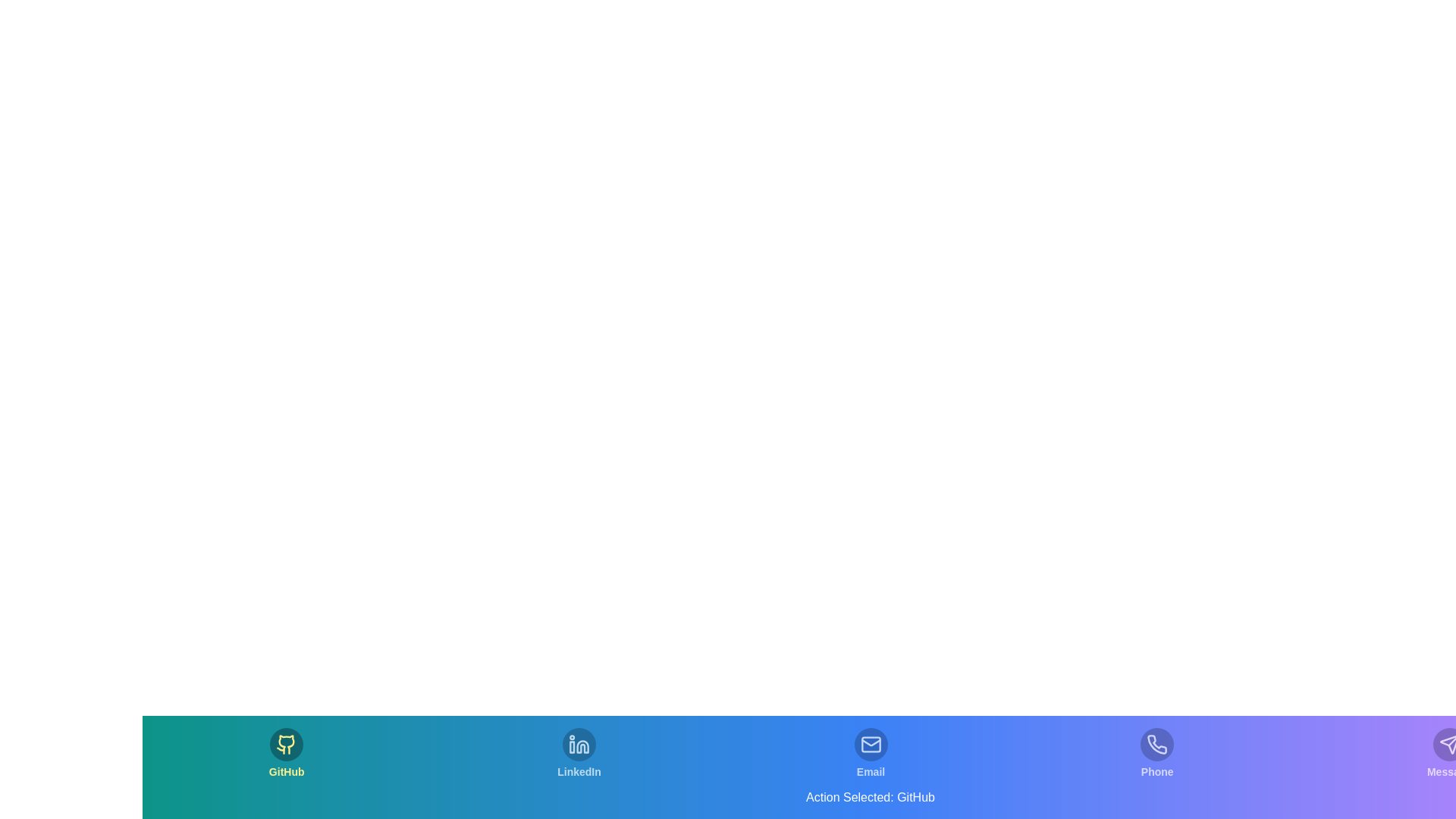  What do you see at coordinates (871, 754) in the screenshot?
I see `the tab labeled Email to switch to that section` at bounding box center [871, 754].